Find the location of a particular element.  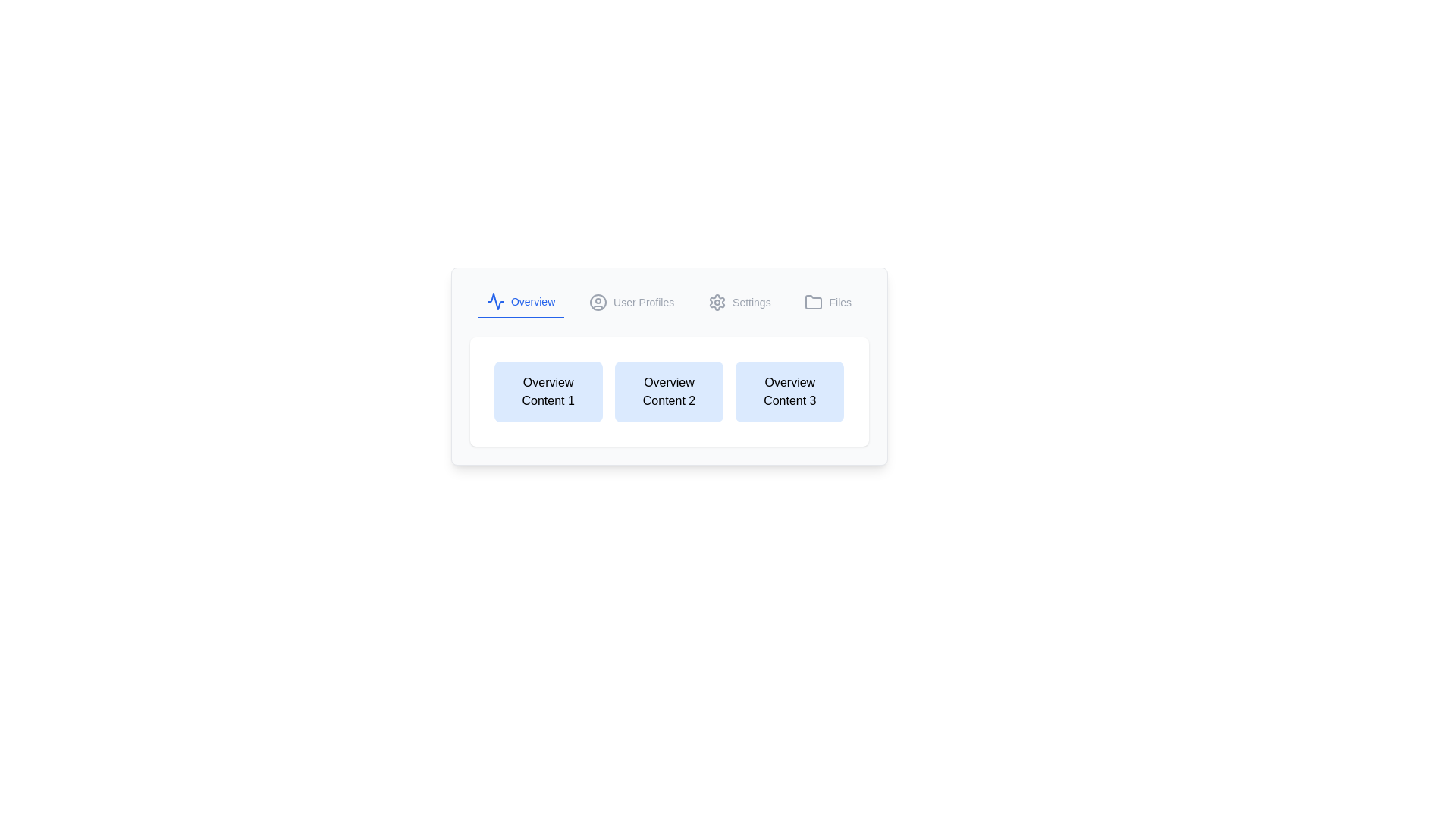

the settings button icon, which serves as a visual indicator for configuration options, located between the user profiles icon and the text label 'Settings' in the navigation bar is located at coordinates (716, 302).